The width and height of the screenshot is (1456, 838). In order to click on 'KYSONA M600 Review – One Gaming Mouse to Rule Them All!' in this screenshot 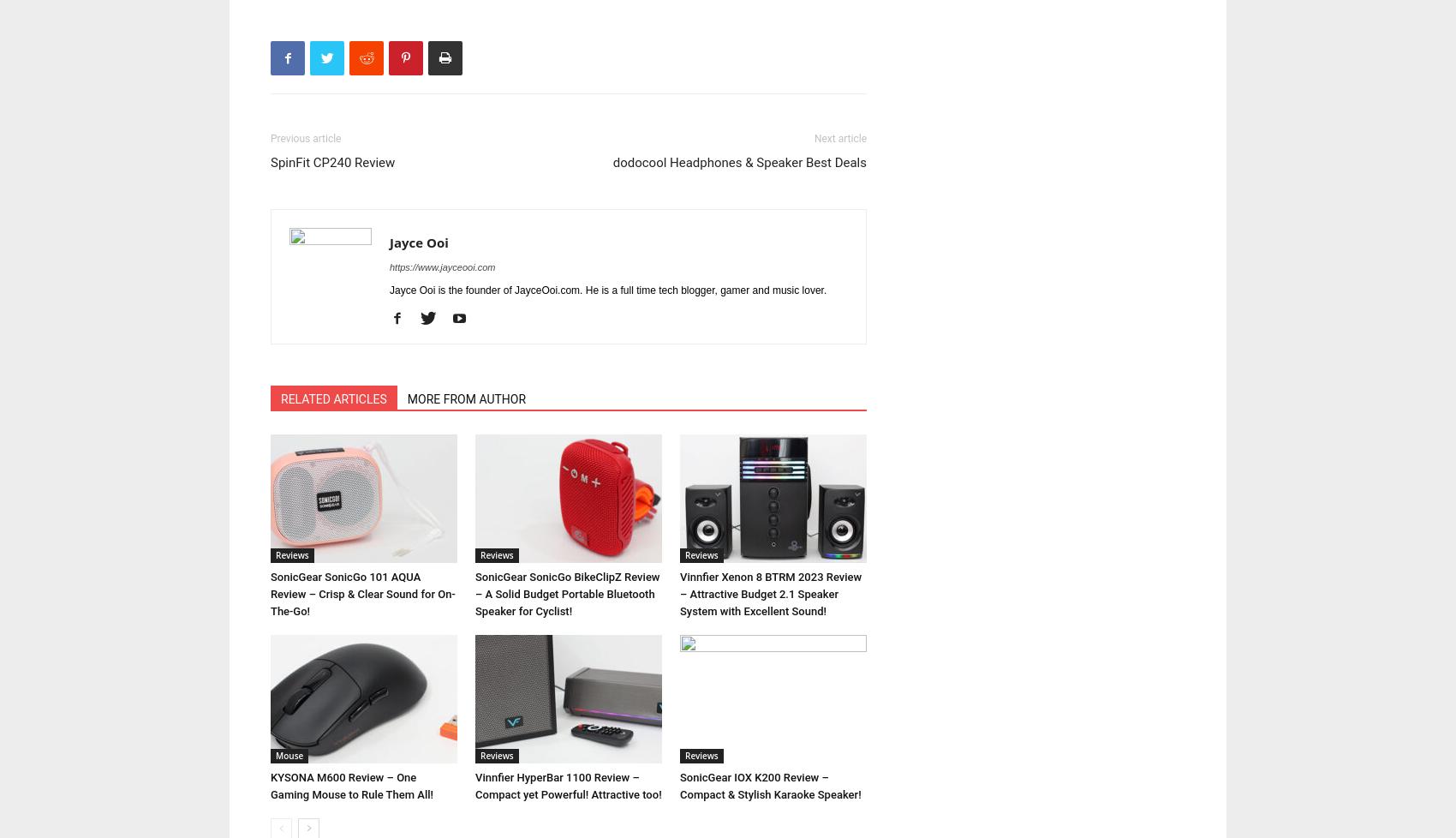, I will do `click(351, 785)`.